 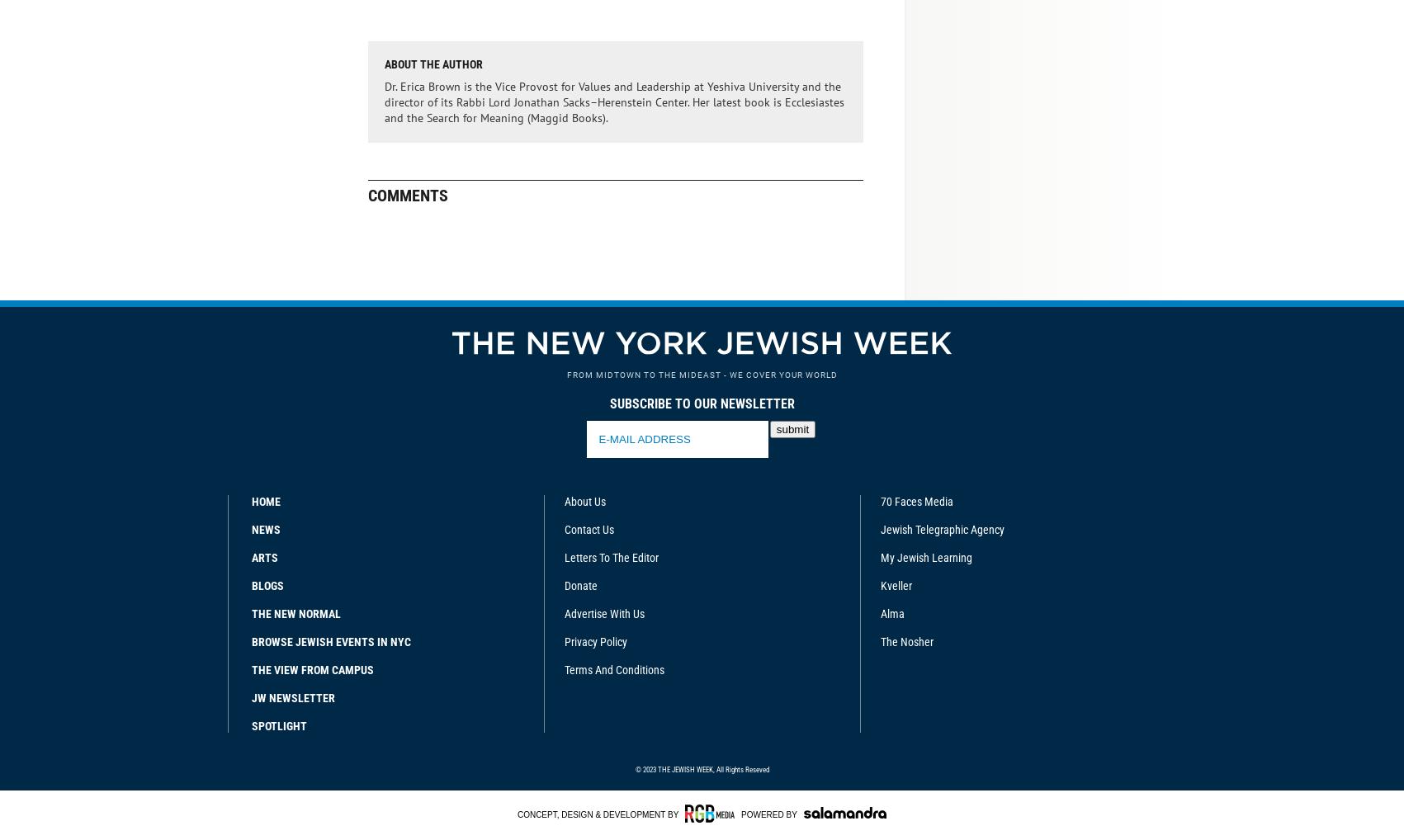 What do you see at coordinates (250, 528) in the screenshot?
I see `'News'` at bounding box center [250, 528].